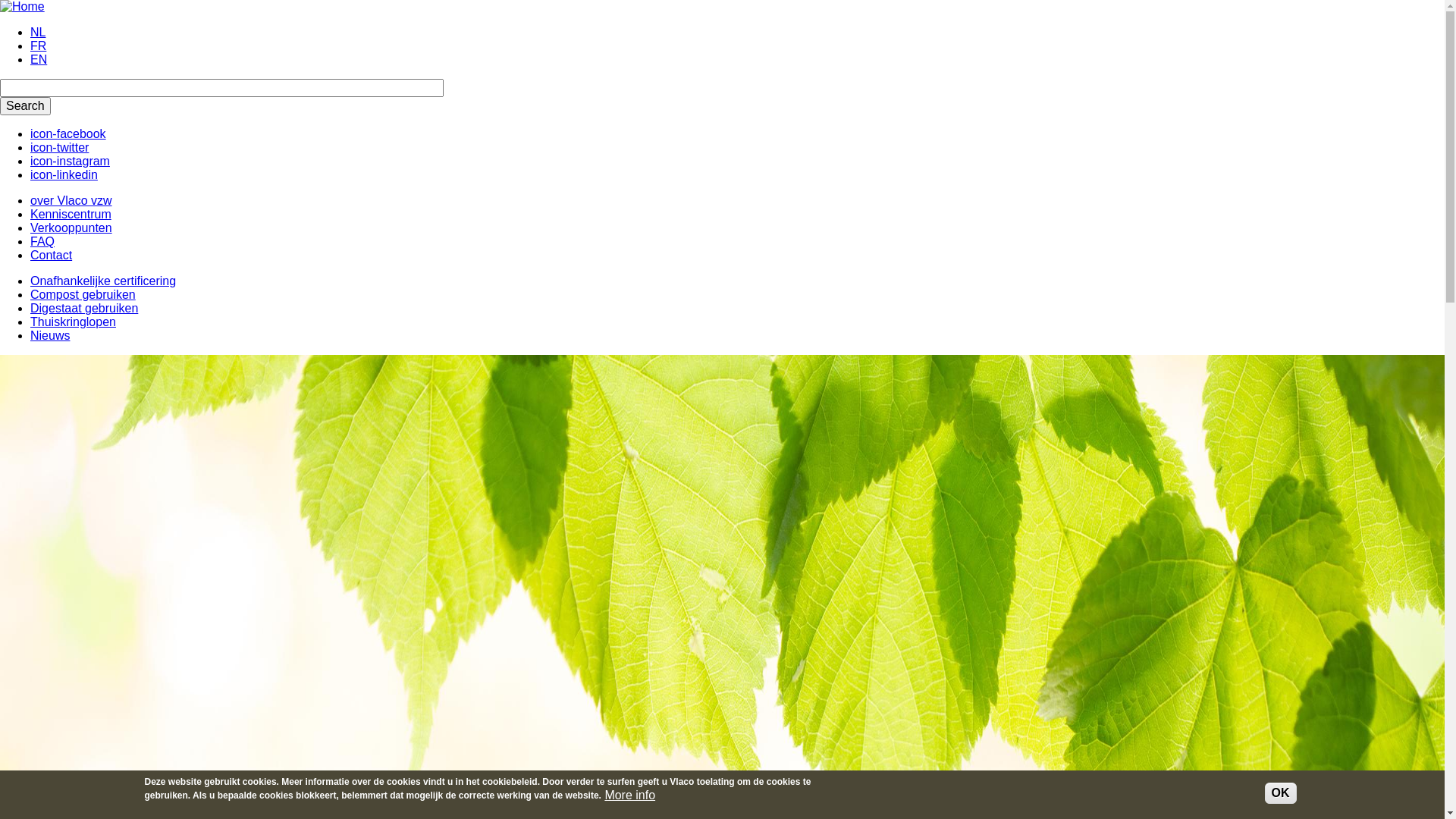  Describe the element at coordinates (63, 174) in the screenshot. I see `'icon-linkedin'` at that location.